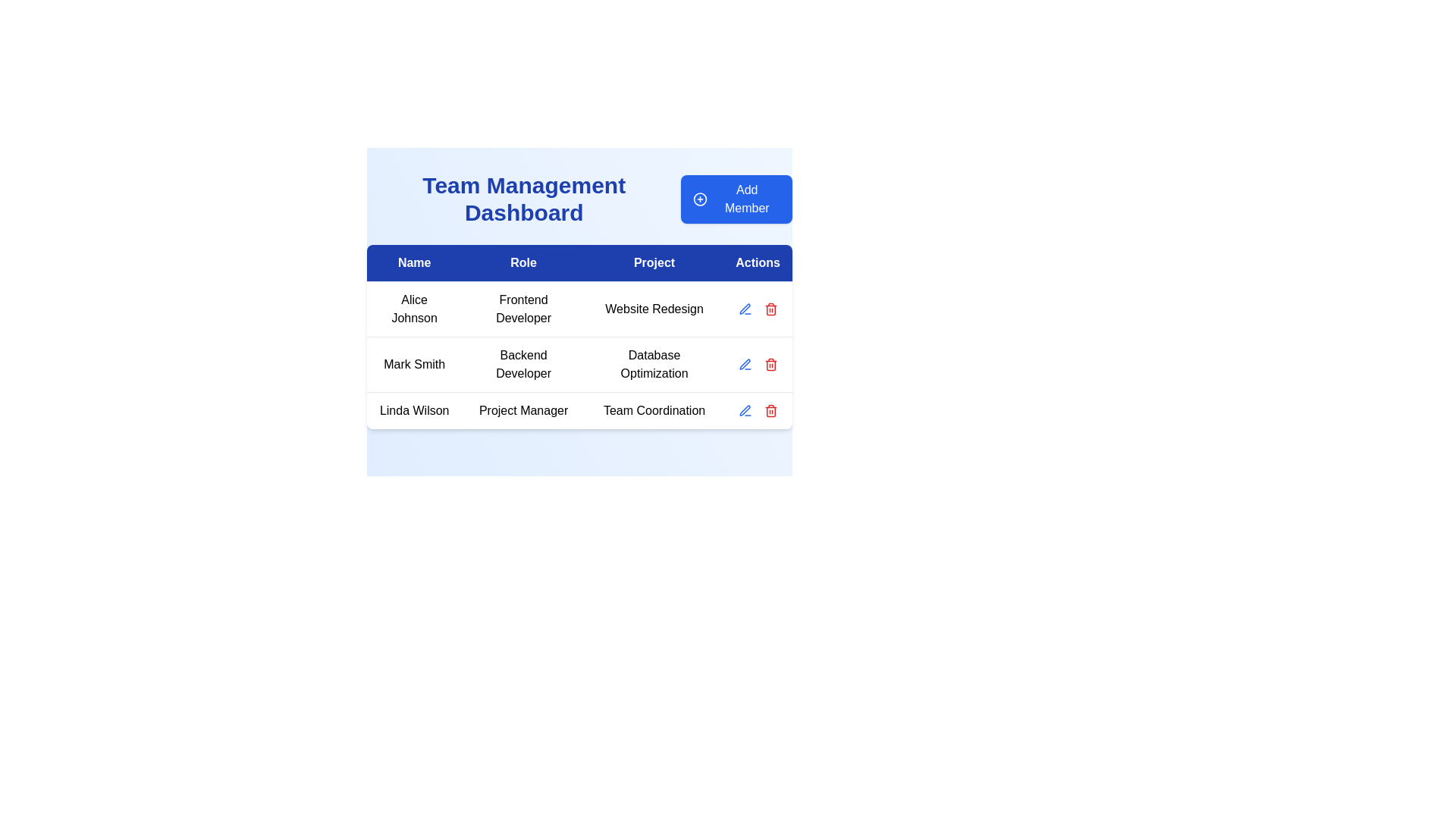  Describe the element at coordinates (770, 365) in the screenshot. I see `the trash bin icon in the 'Actions' column of the second row` at that location.